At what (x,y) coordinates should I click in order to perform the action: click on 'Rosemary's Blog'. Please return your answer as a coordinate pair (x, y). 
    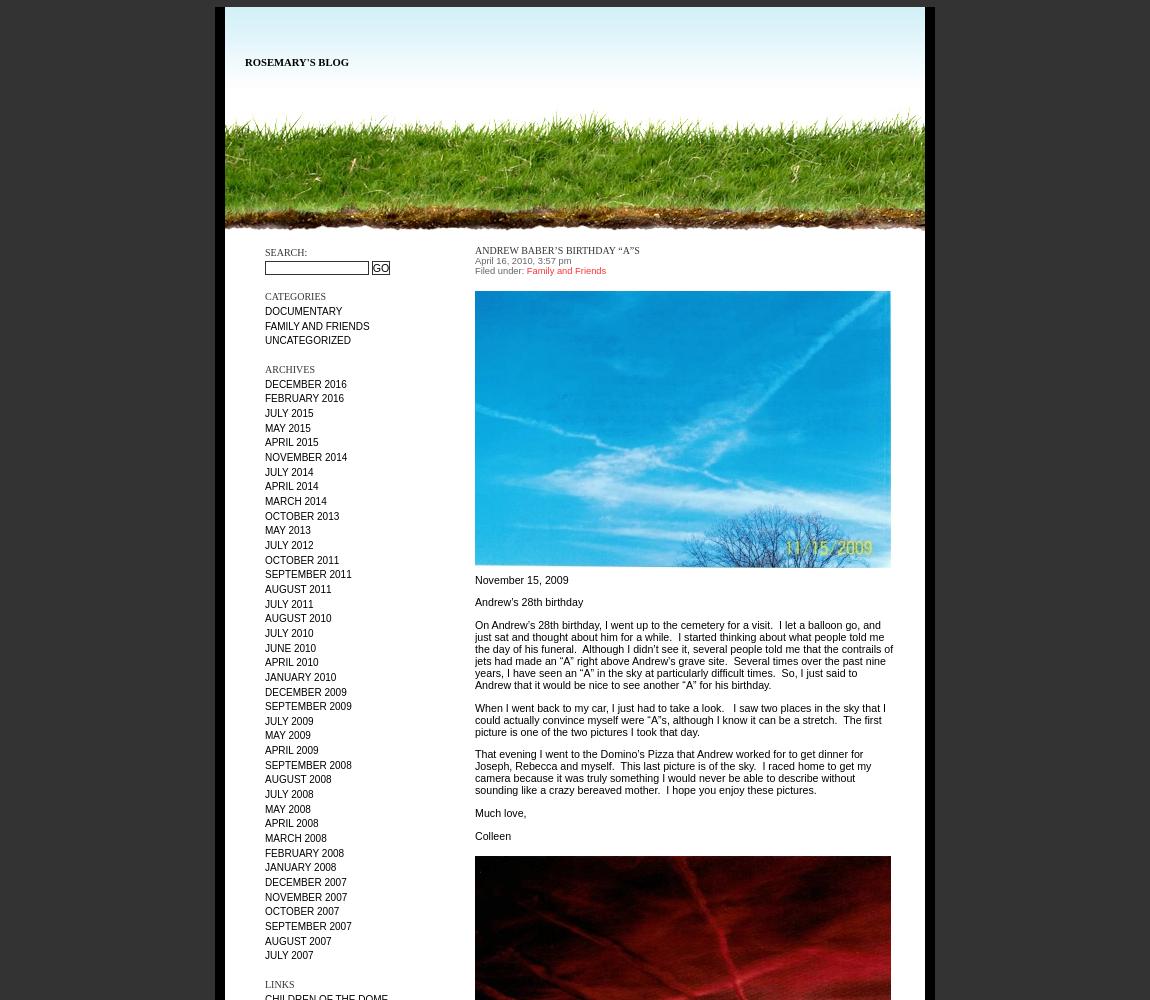
    Looking at the image, I should click on (297, 62).